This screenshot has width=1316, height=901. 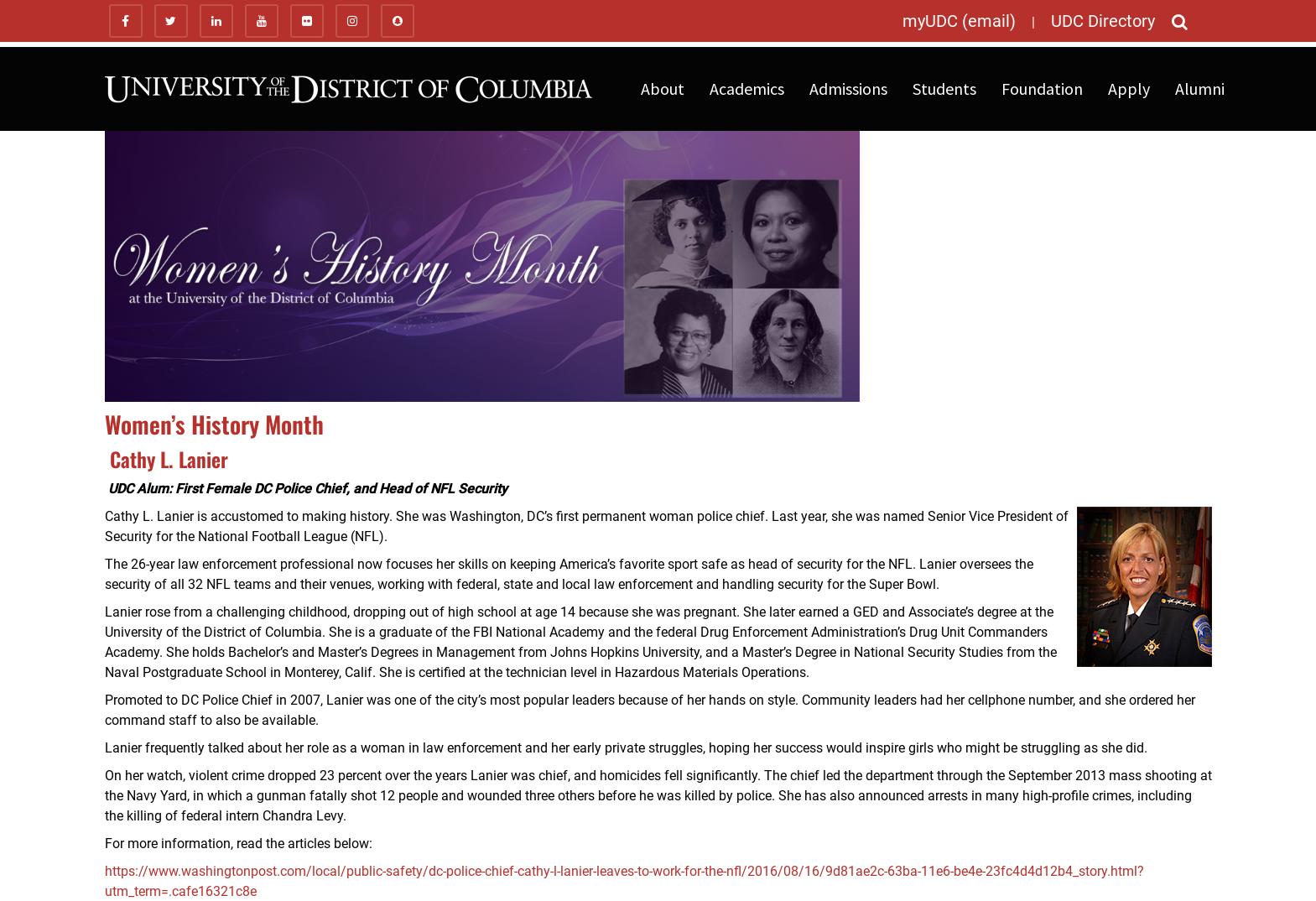 I want to click on 'The 26-year law enforcement professional now focuses her skills on keeping America’s favorite sport safe as head of security for the NFL. Lanier oversees the security of all 32 NFL teams and their venues, working with federal, state and local law enforcement and handling security for the Super Bowl.', so click(x=102, y=573).